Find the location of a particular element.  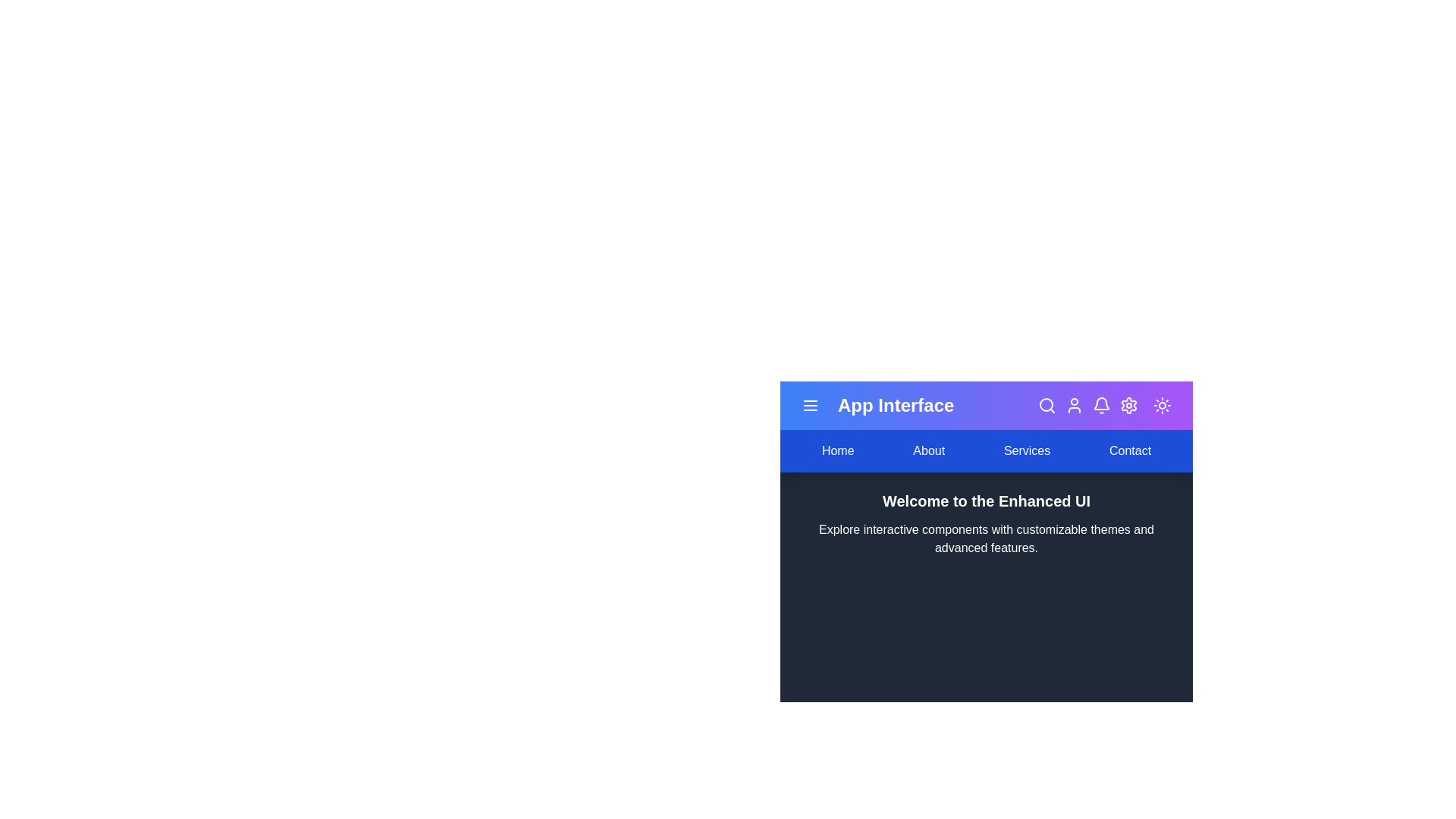

the navigation link labeled Contact is located at coordinates (1129, 450).